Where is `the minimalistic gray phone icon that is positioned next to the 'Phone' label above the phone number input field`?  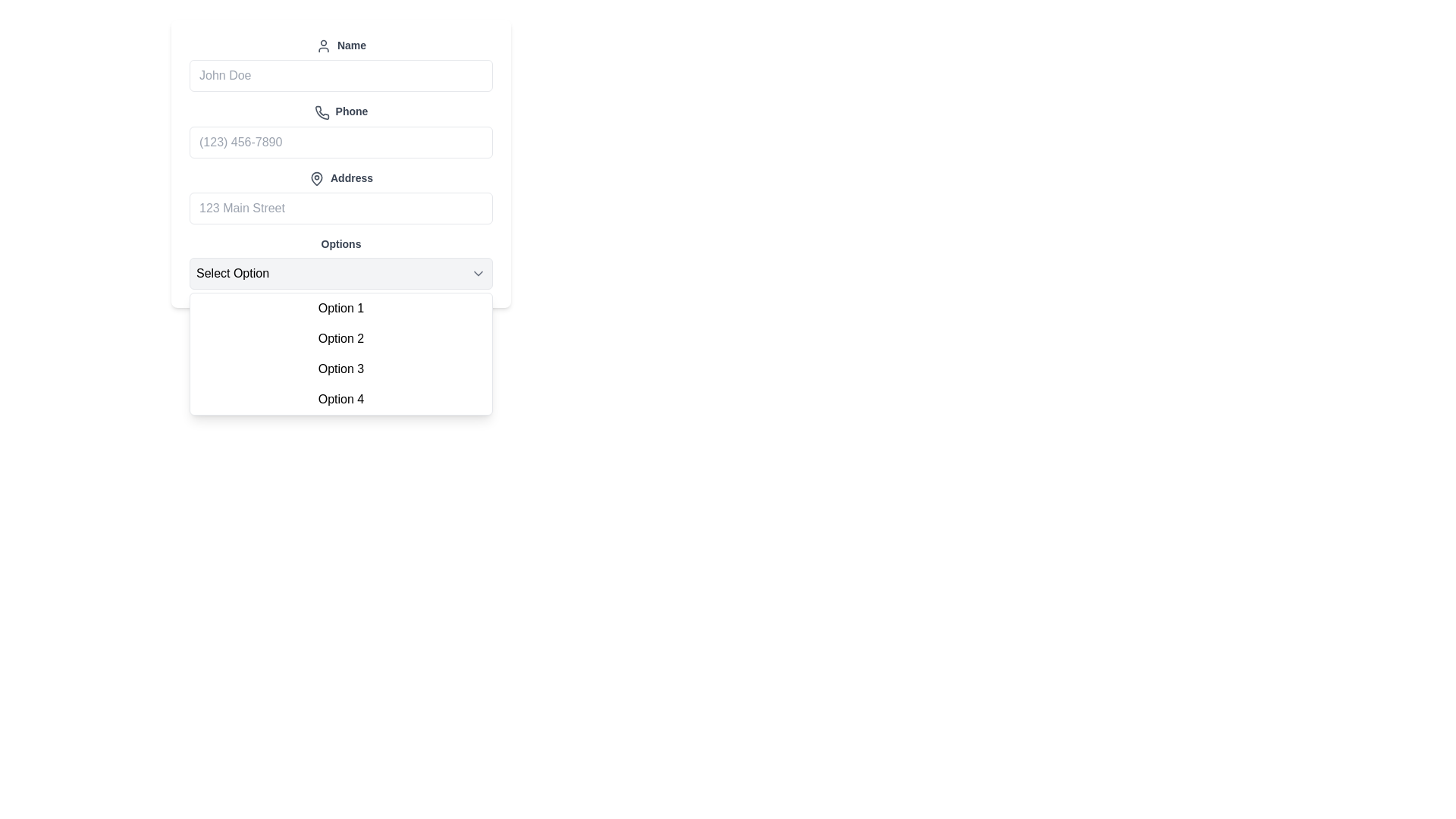
the minimalistic gray phone icon that is positioned next to the 'Phone' label above the phone number input field is located at coordinates (321, 111).